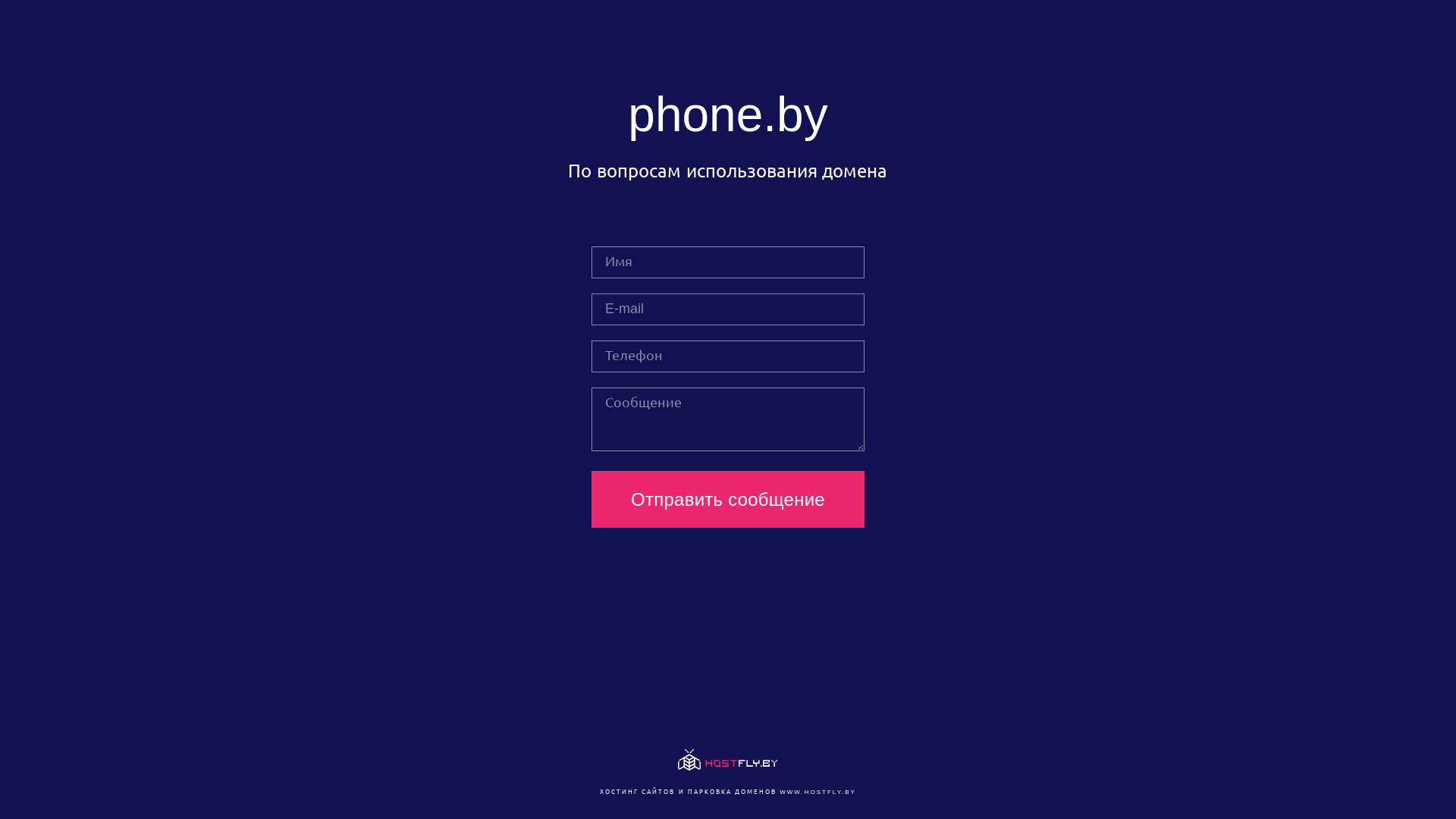 The height and width of the screenshot is (819, 1456). What do you see at coordinates (817, 791) in the screenshot?
I see `'WWW.HOSTFLY.BY'` at bounding box center [817, 791].